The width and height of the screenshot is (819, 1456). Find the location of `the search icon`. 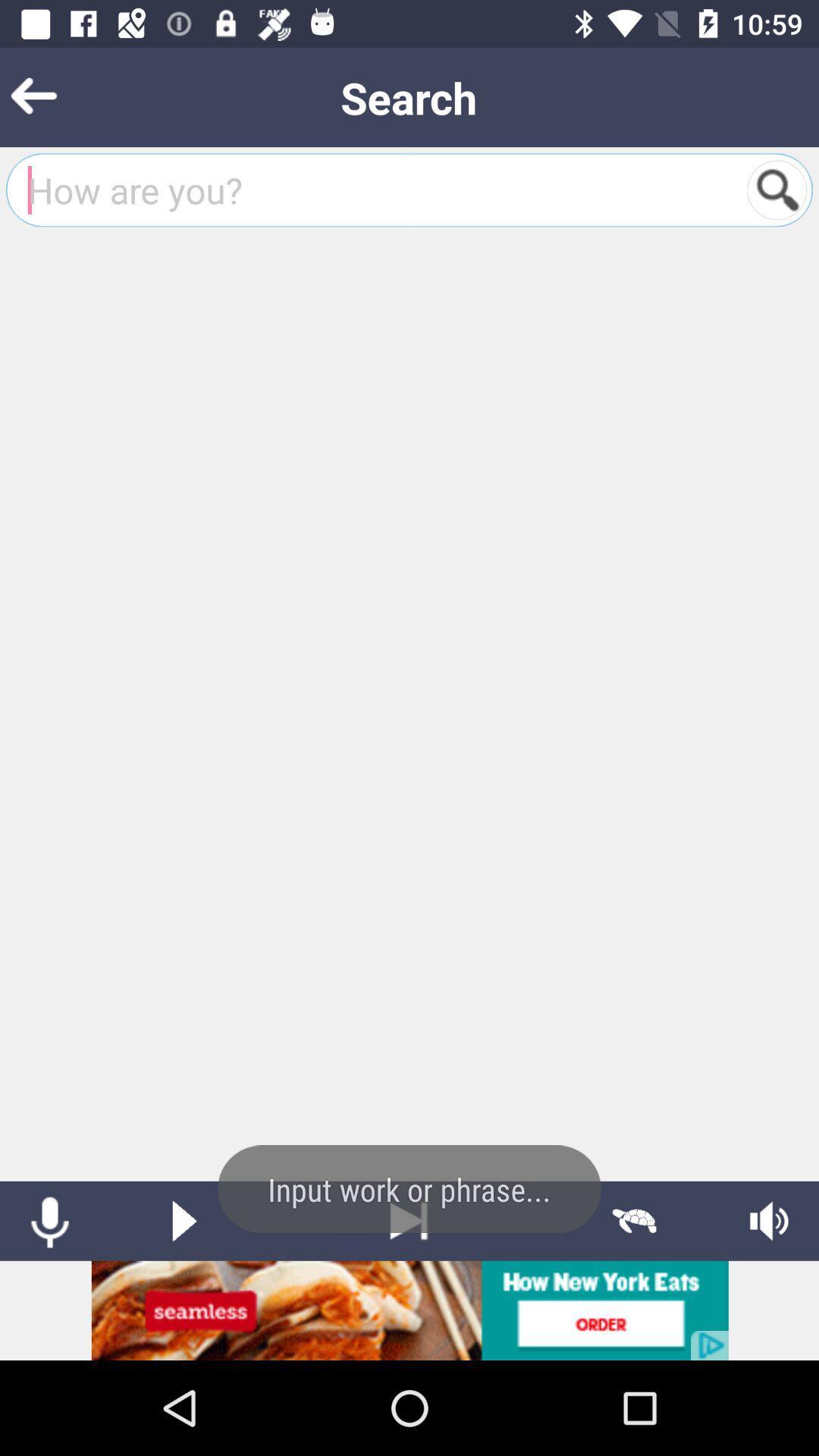

the search icon is located at coordinates (777, 189).